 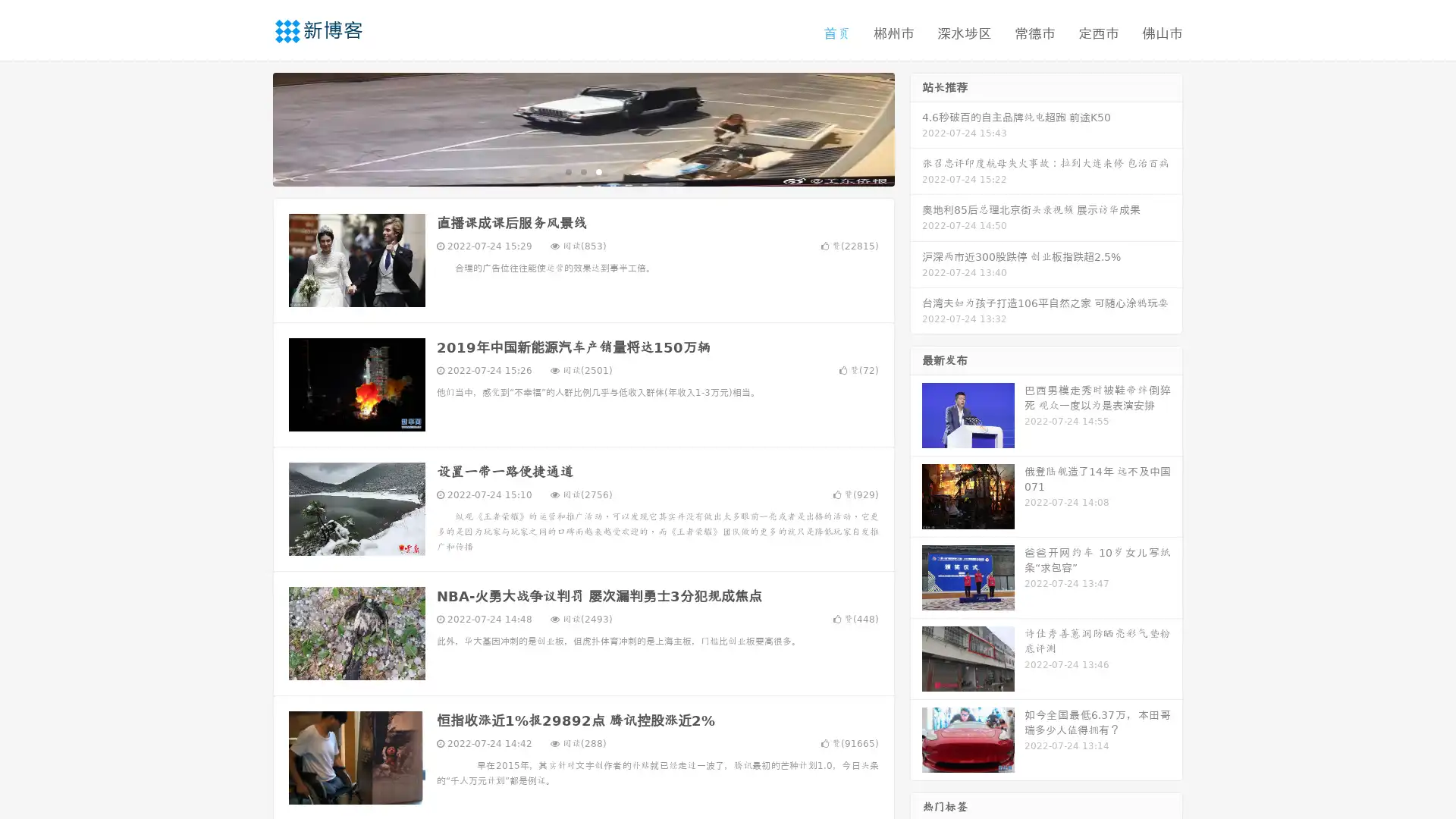 What do you see at coordinates (567, 171) in the screenshot?
I see `Go to slide 1` at bounding box center [567, 171].